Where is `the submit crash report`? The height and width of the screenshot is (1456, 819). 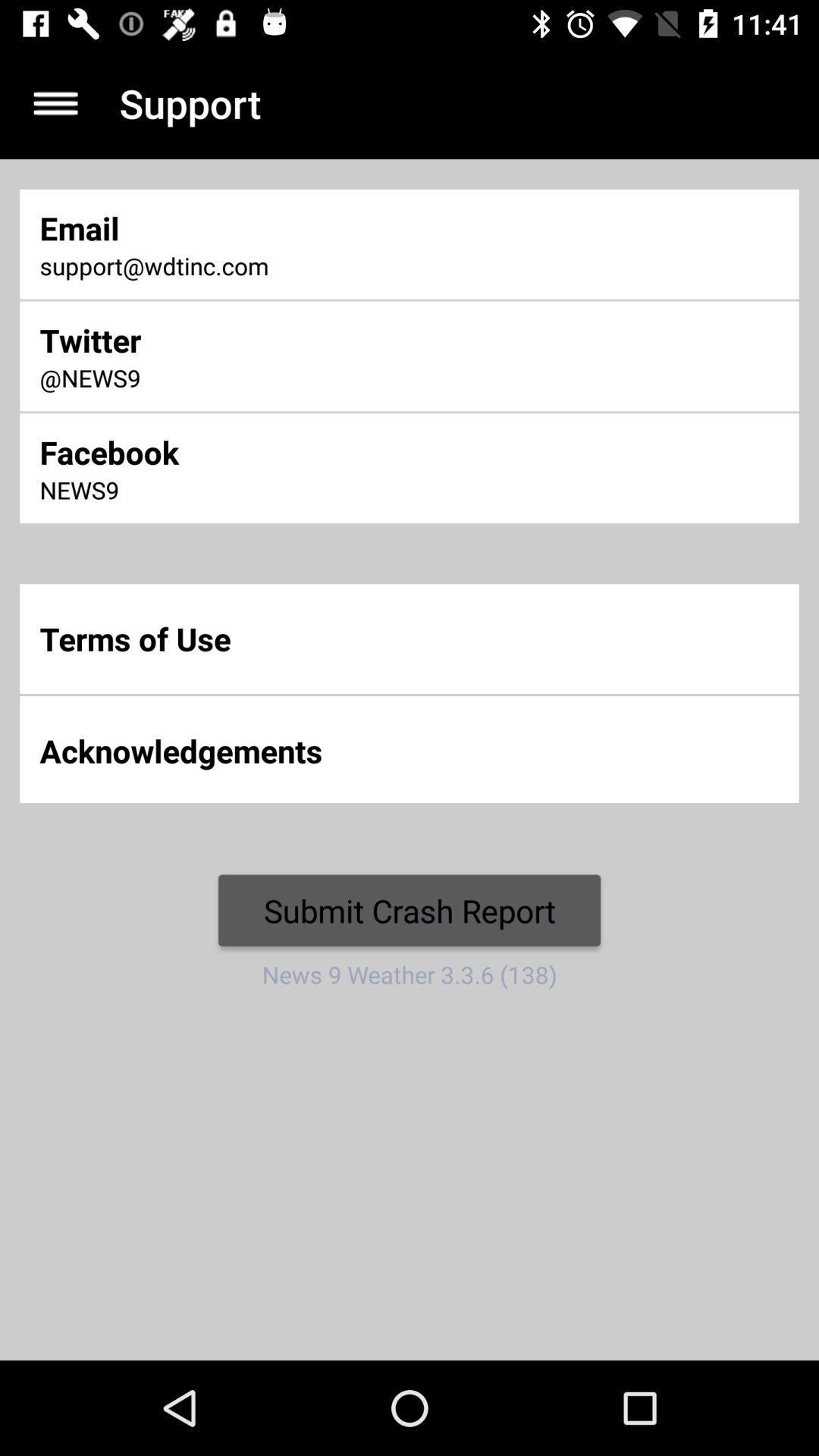
the submit crash report is located at coordinates (409, 910).